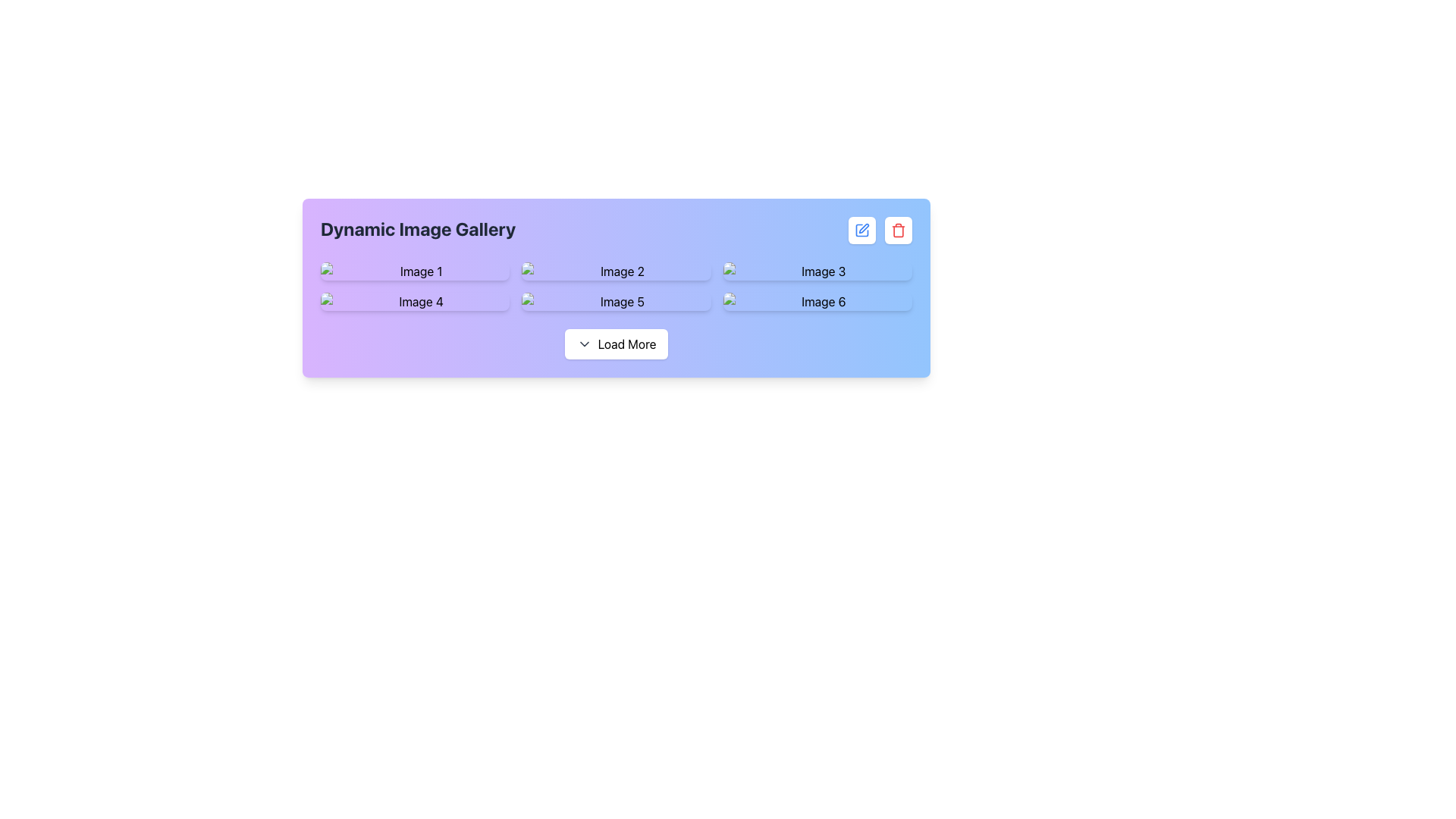  Describe the element at coordinates (817, 301) in the screenshot. I see `the image labeled 'Image 6' in the second row, third column of the 'Dynamic Image Gallery' for interaction` at that location.